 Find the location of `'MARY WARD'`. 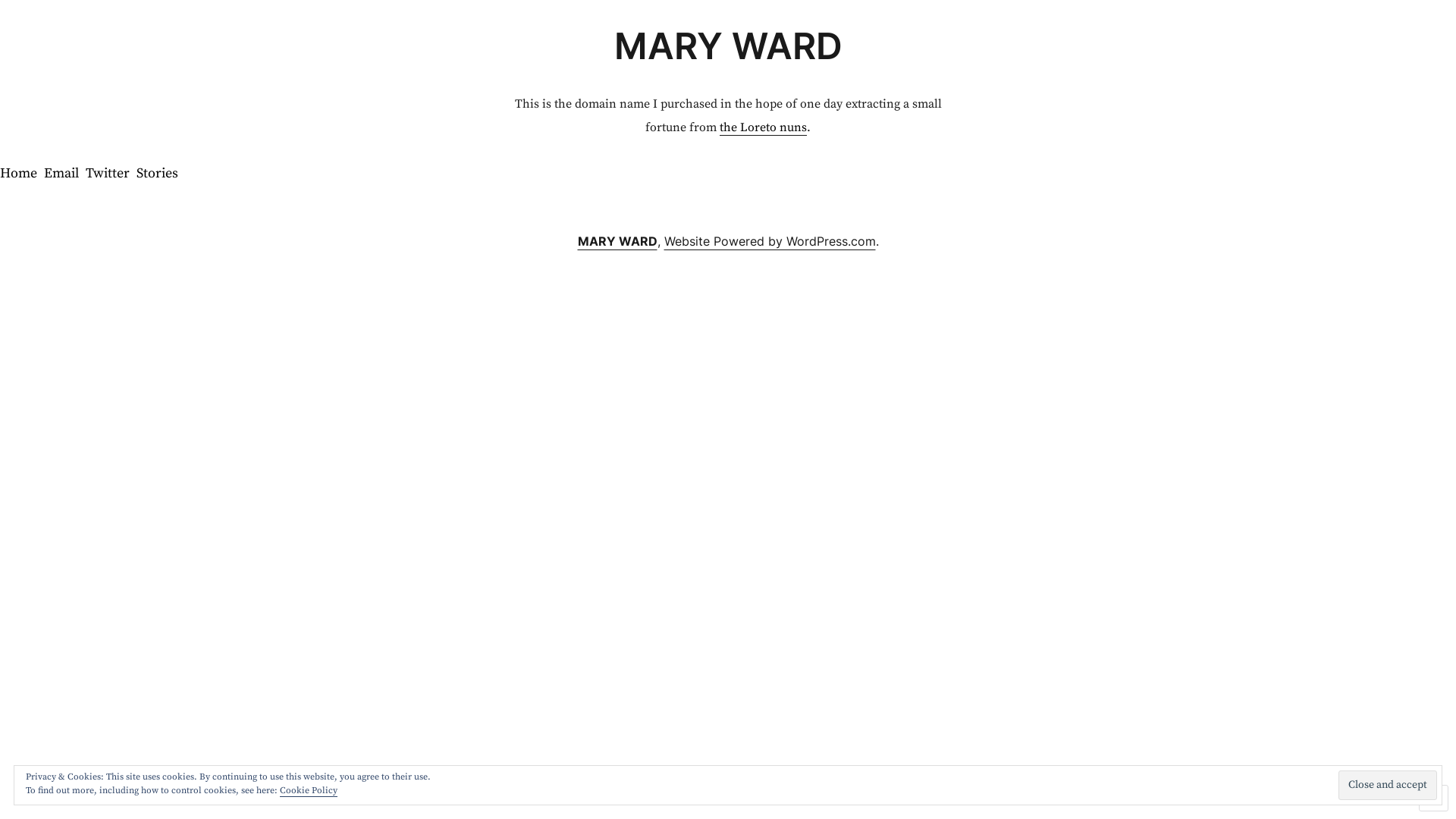

'MARY WARD' is located at coordinates (617, 240).